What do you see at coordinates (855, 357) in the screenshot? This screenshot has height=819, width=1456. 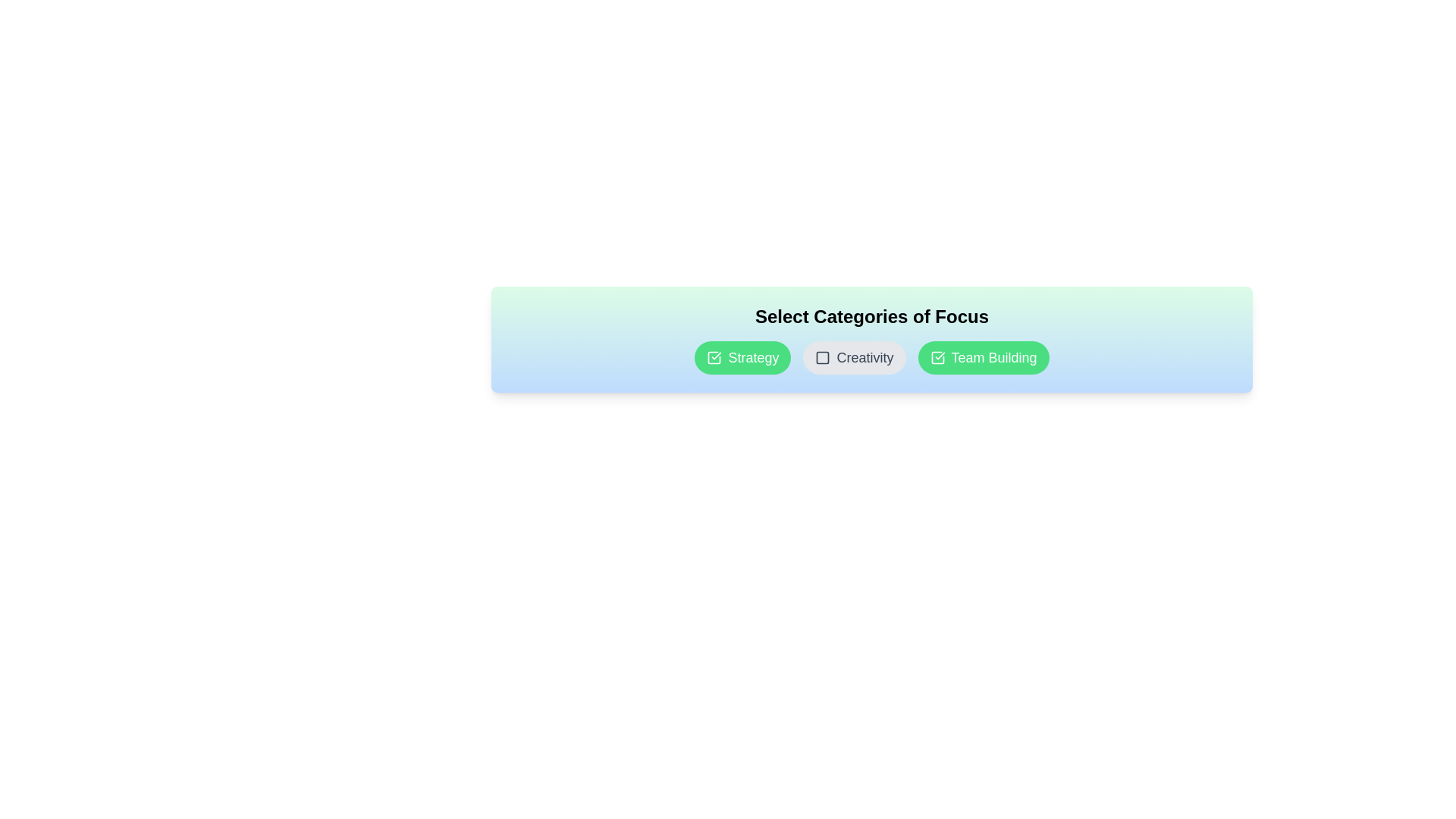 I see `the chip labeled Creativity` at bounding box center [855, 357].